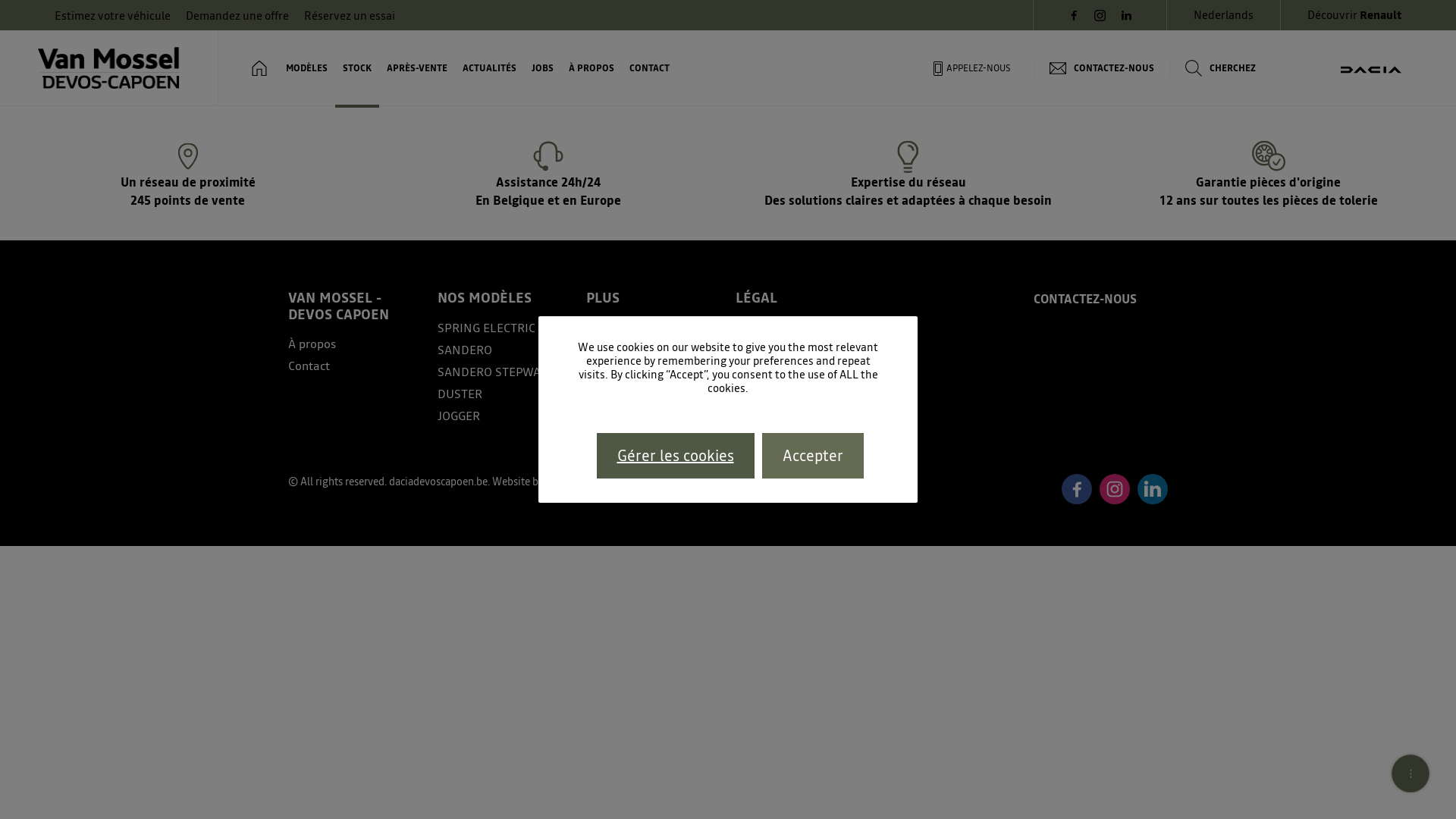 This screenshot has height=819, width=1456. Describe the element at coordinates (547, 174) in the screenshot. I see `'Assistance 24h/24` at that location.